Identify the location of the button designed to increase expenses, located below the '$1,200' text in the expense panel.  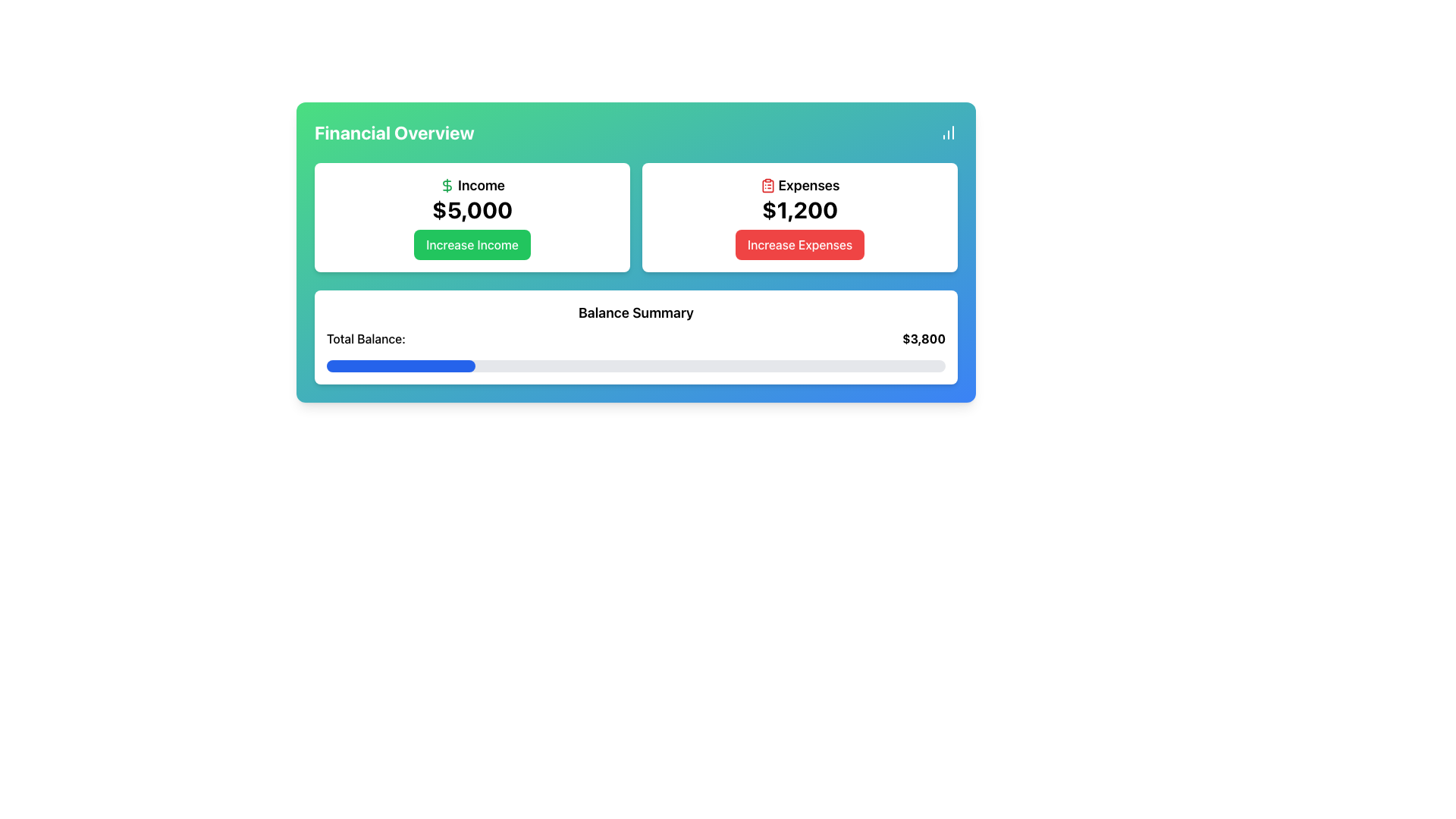
(799, 244).